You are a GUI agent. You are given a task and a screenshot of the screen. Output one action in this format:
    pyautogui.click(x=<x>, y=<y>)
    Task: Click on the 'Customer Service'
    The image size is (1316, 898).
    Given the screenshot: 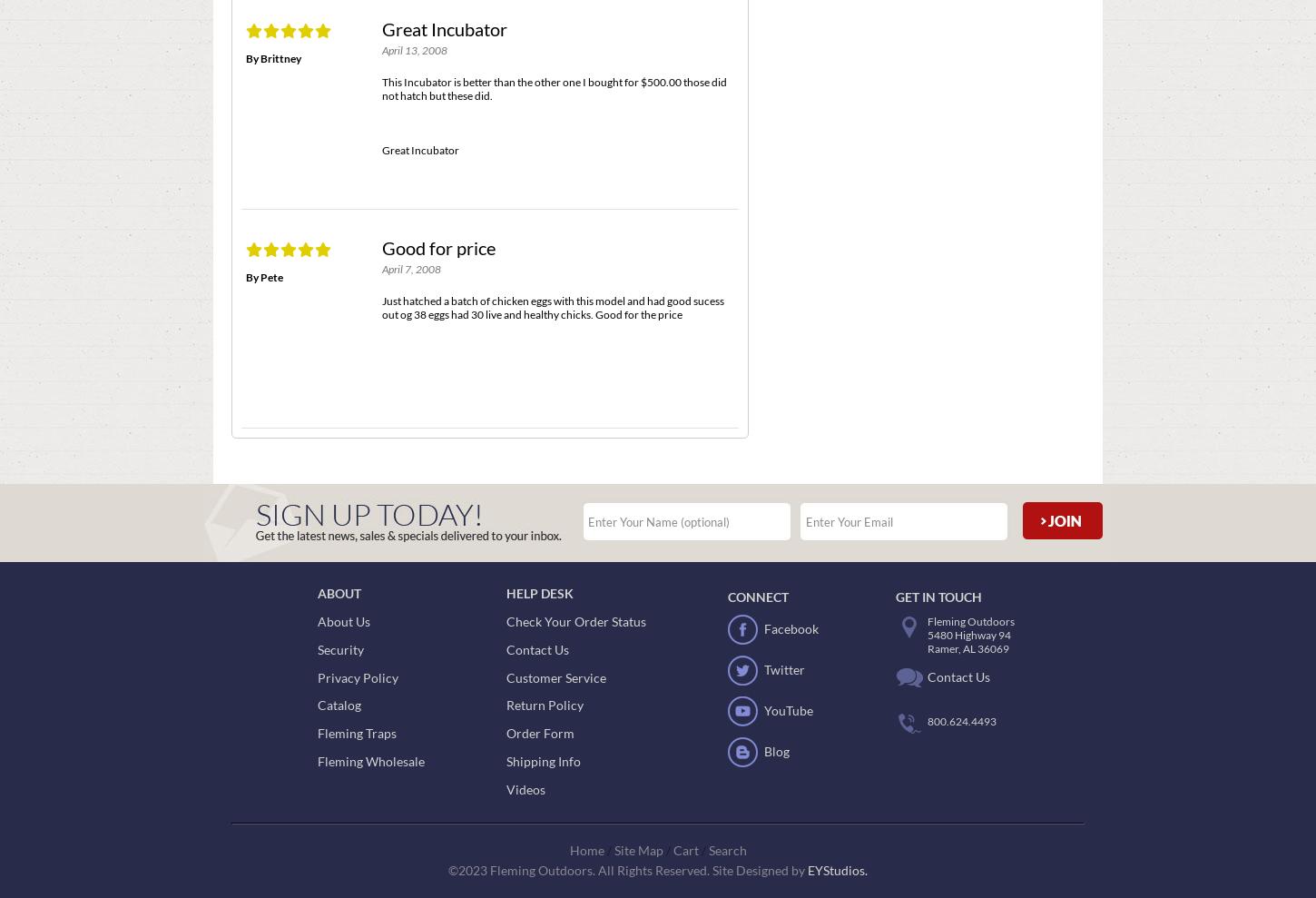 What is the action you would take?
    pyautogui.click(x=555, y=676)
    